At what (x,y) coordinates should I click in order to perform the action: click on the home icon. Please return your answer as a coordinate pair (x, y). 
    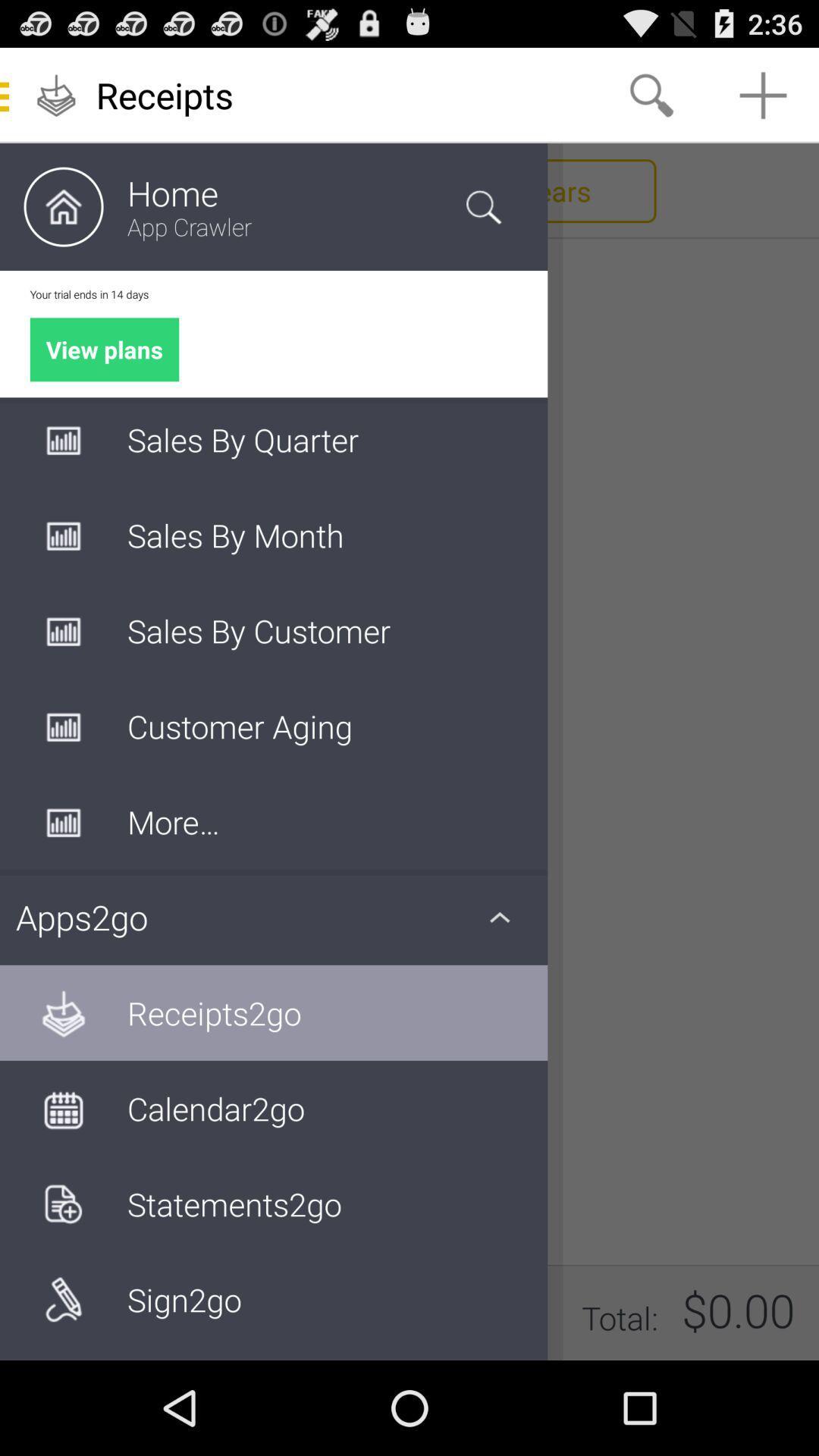
    Looking at the image, I should click on (63, 221).